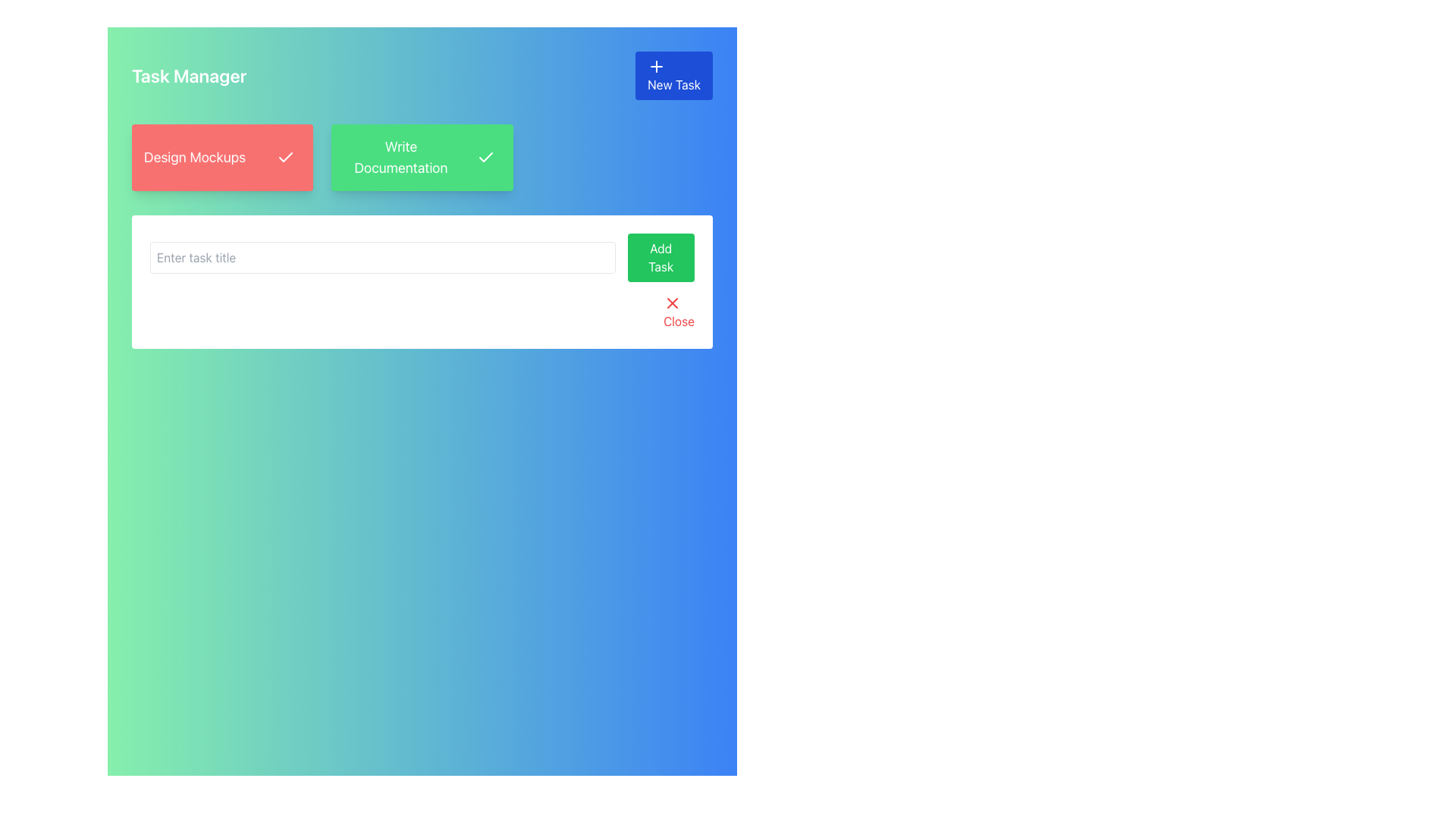 This screenshot has width=1456, height=819. I want to click on the completion icon for the 'Write Documentation' task, which indicates that the task has been marked as completed, located in the header section of the task management interface, so click(485, 158).